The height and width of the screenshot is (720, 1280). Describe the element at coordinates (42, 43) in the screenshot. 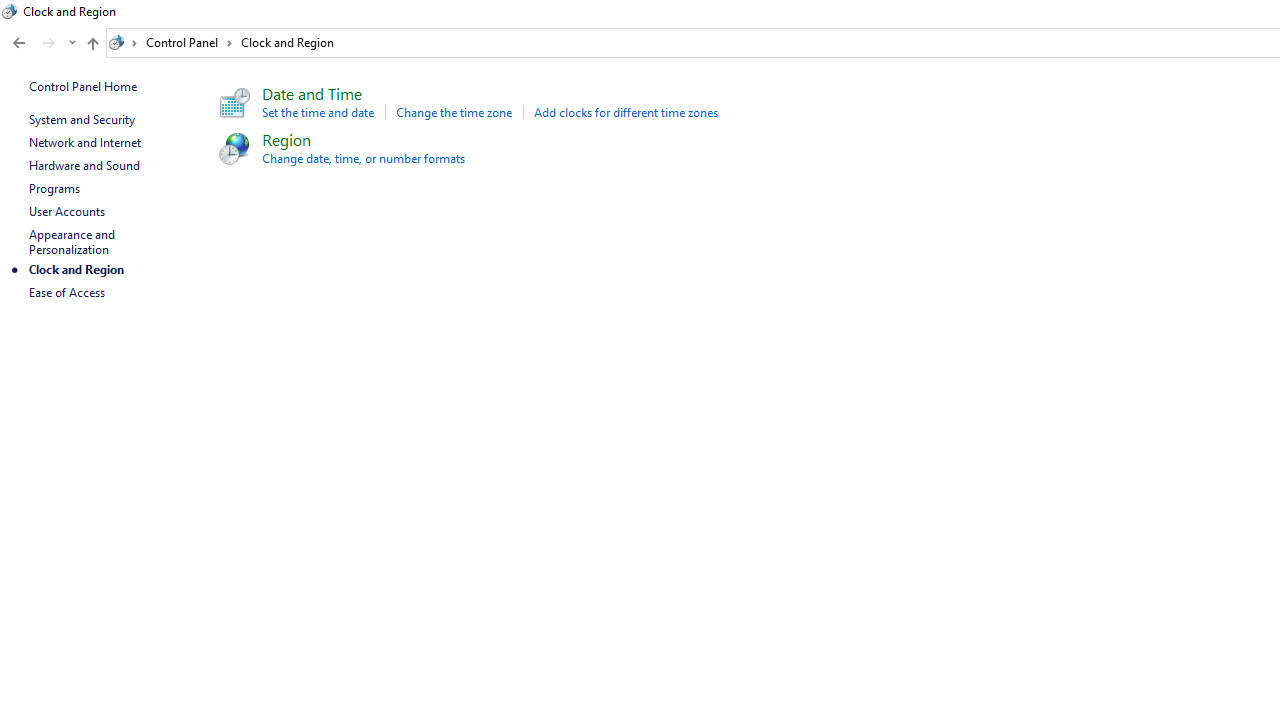

I see `'Navigation buttons'` at that location.